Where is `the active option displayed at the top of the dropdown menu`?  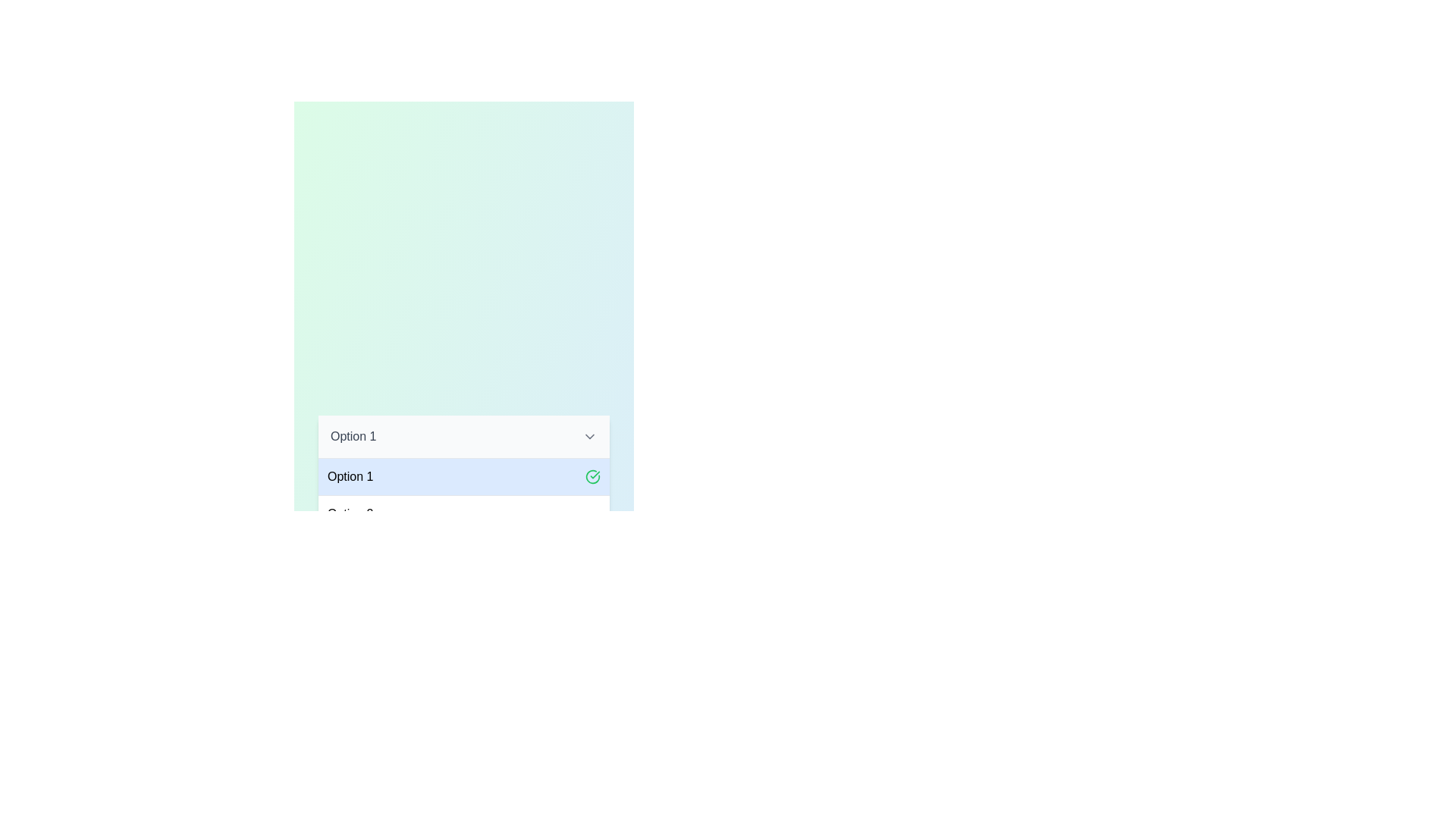
the active option displayed at the top of the dropdown menu is located at coordinates (463, 436).